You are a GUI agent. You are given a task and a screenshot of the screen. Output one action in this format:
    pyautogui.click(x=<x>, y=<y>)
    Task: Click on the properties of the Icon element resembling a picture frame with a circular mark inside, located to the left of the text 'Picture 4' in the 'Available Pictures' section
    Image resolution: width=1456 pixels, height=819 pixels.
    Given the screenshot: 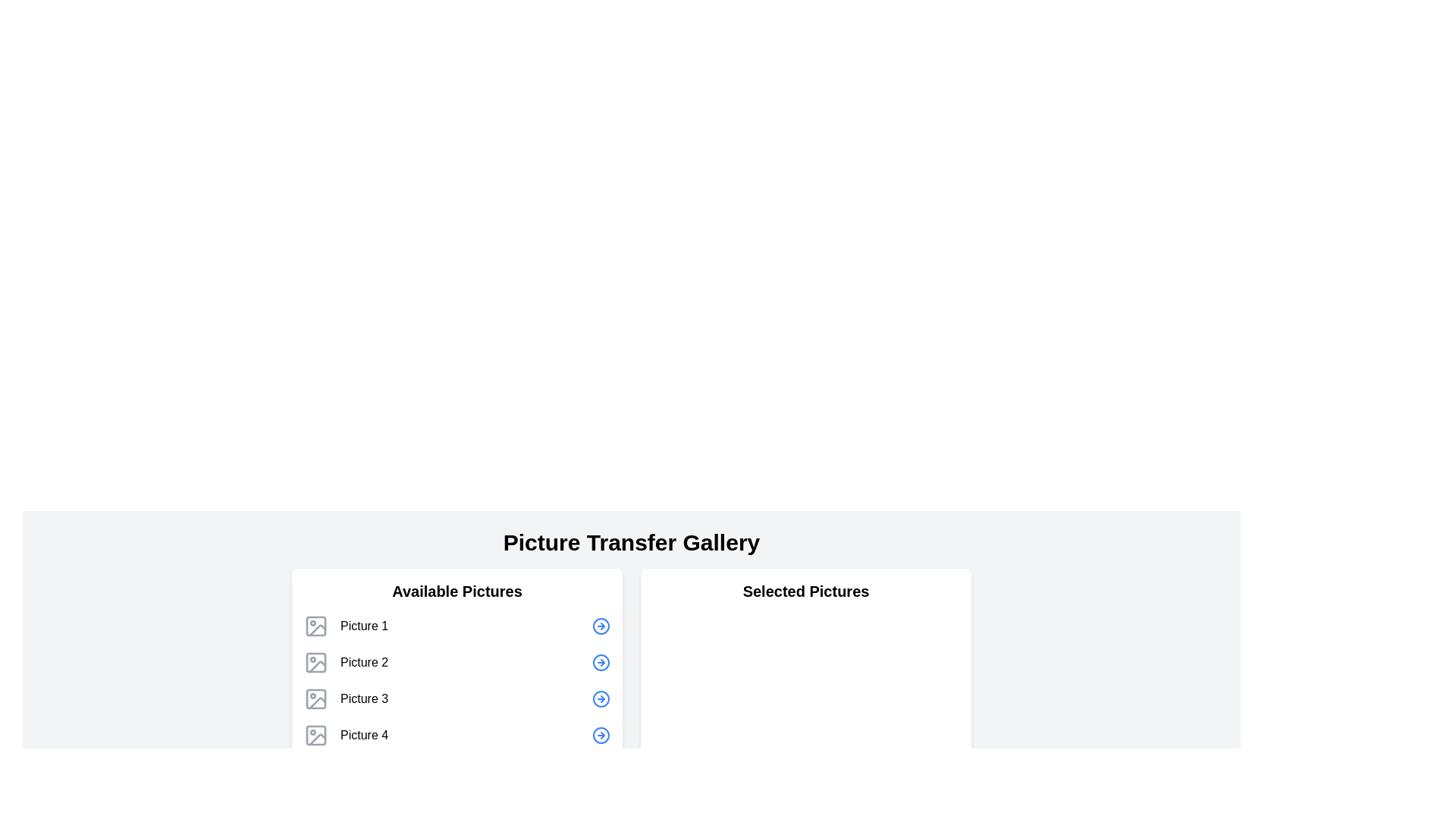 What is the action you would take?
    pyautogui.click(x=315, y=734)
    